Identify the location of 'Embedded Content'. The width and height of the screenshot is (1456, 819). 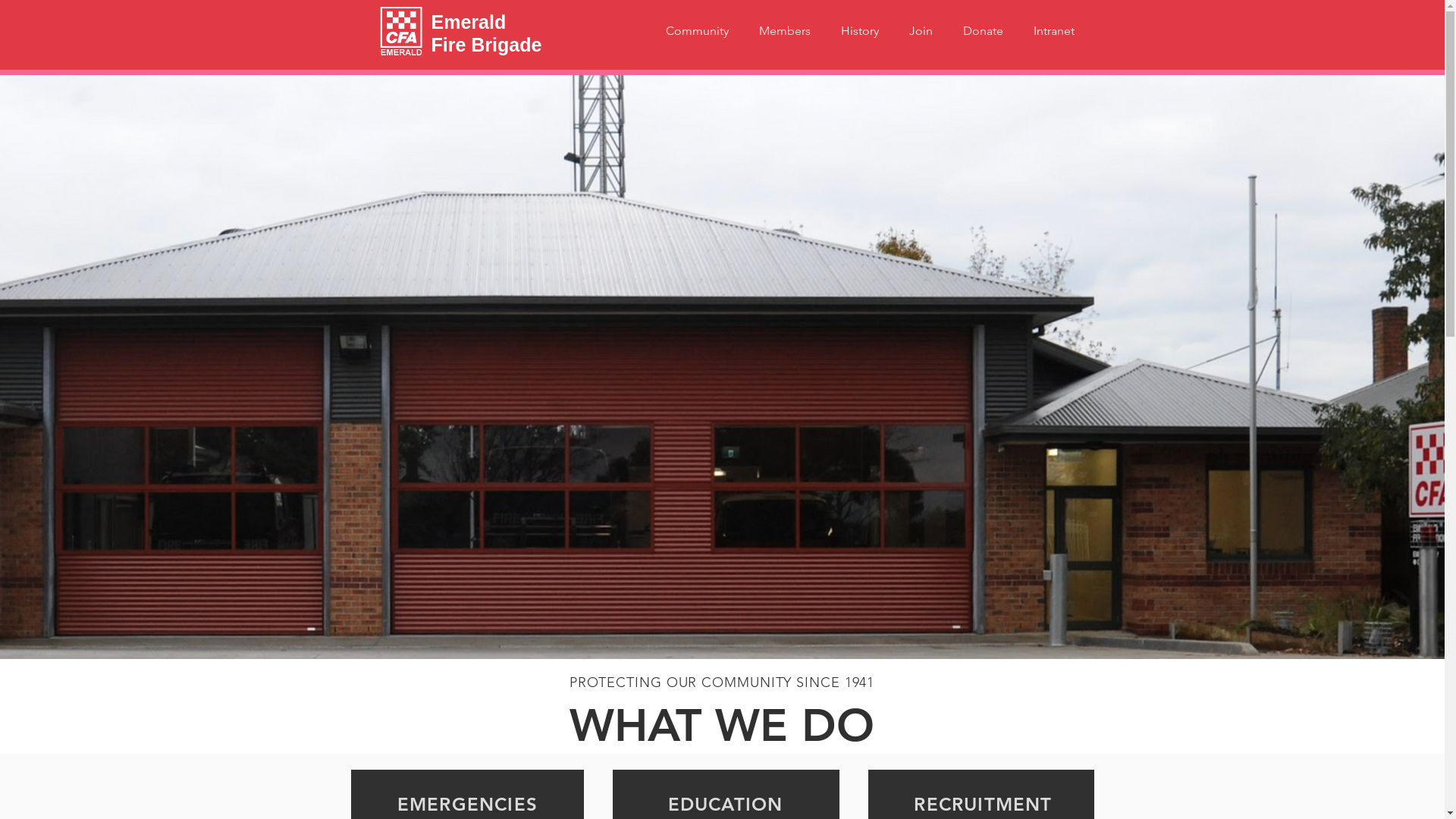
(1006, 586).